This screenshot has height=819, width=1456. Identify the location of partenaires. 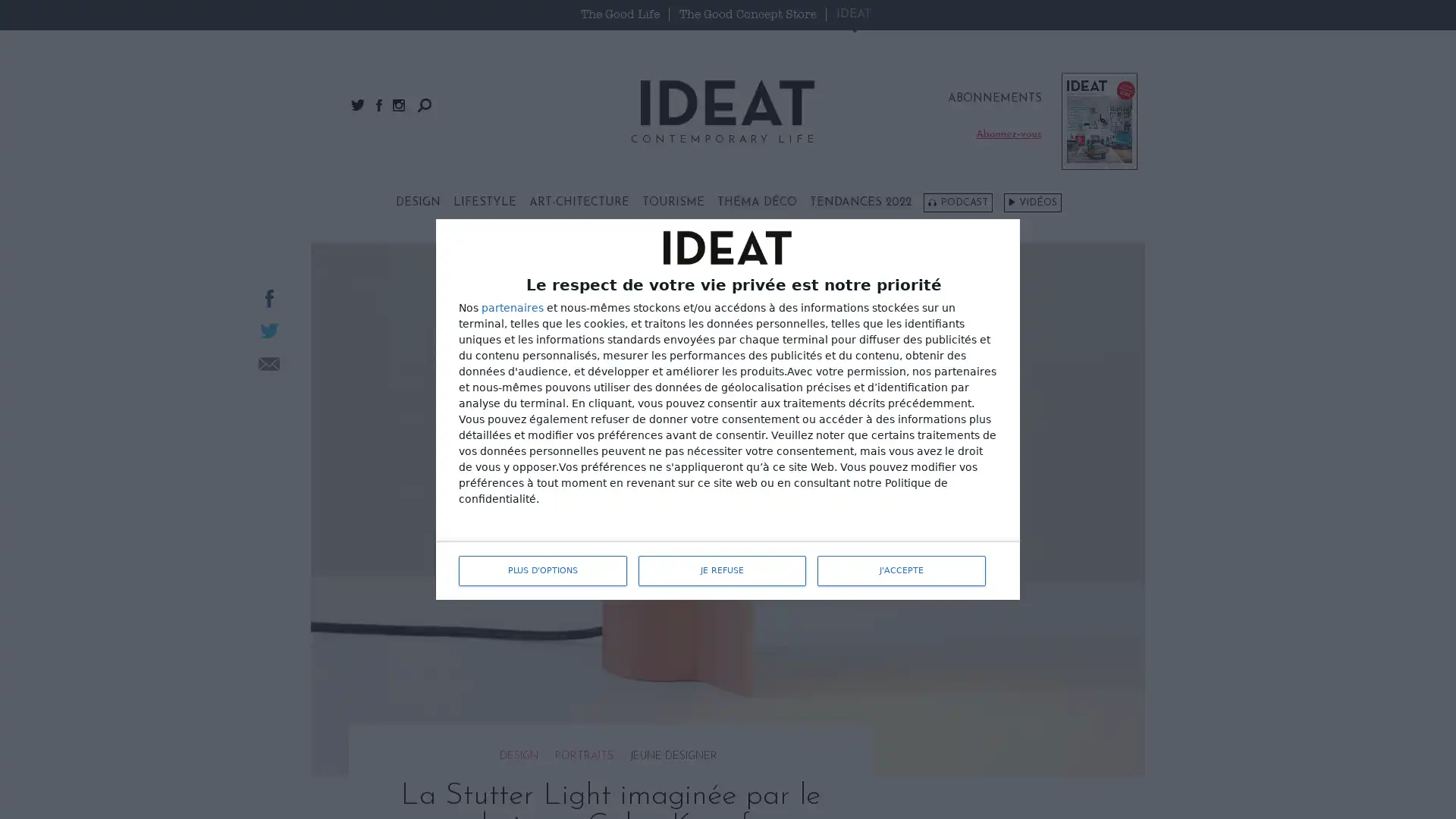
(513, 307).